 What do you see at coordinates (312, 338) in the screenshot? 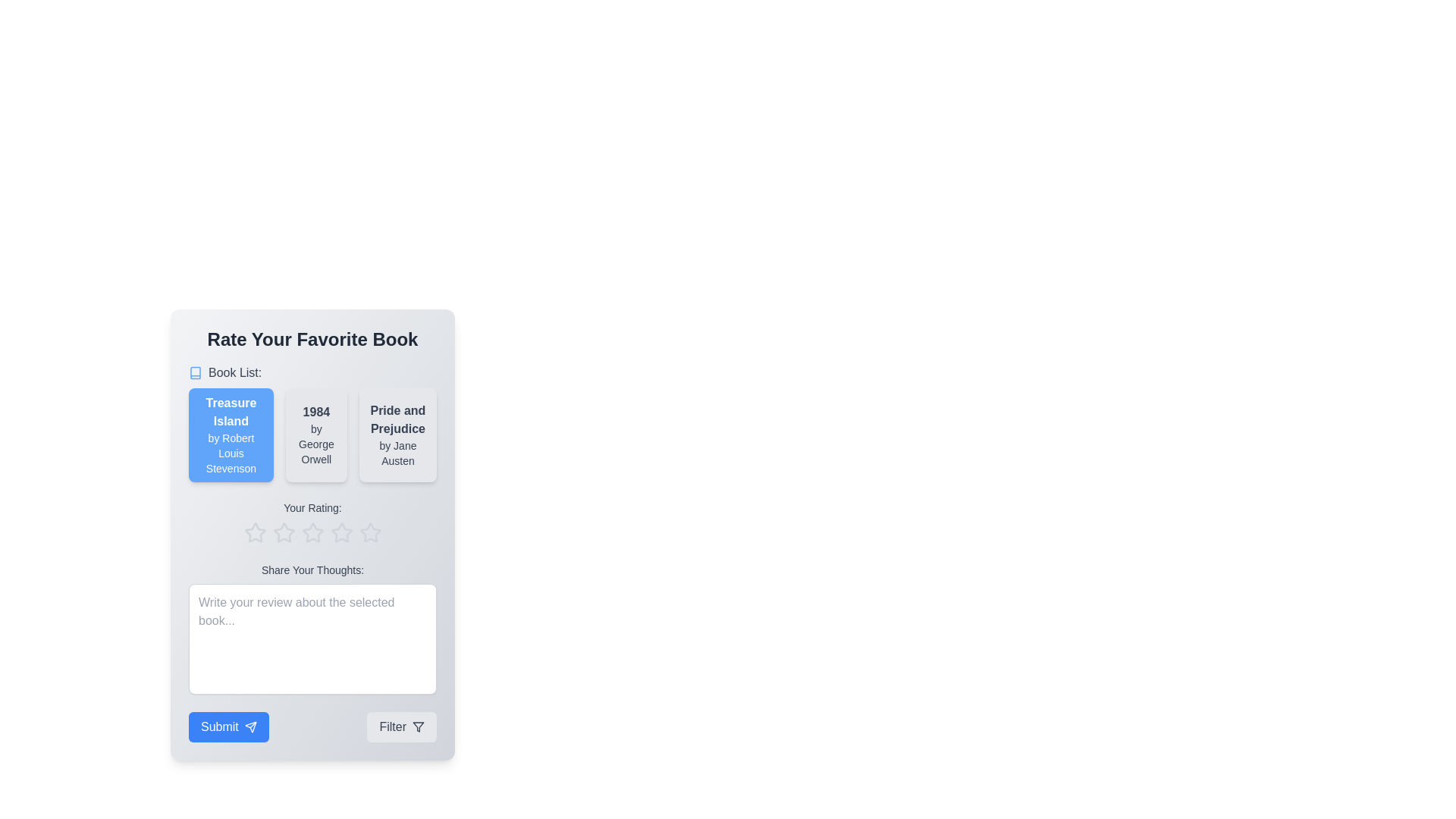
I see `the static text heading 'Rate Your Favorite Book' for context by moving the cursor to its central position` at bounding box center [312, 338].